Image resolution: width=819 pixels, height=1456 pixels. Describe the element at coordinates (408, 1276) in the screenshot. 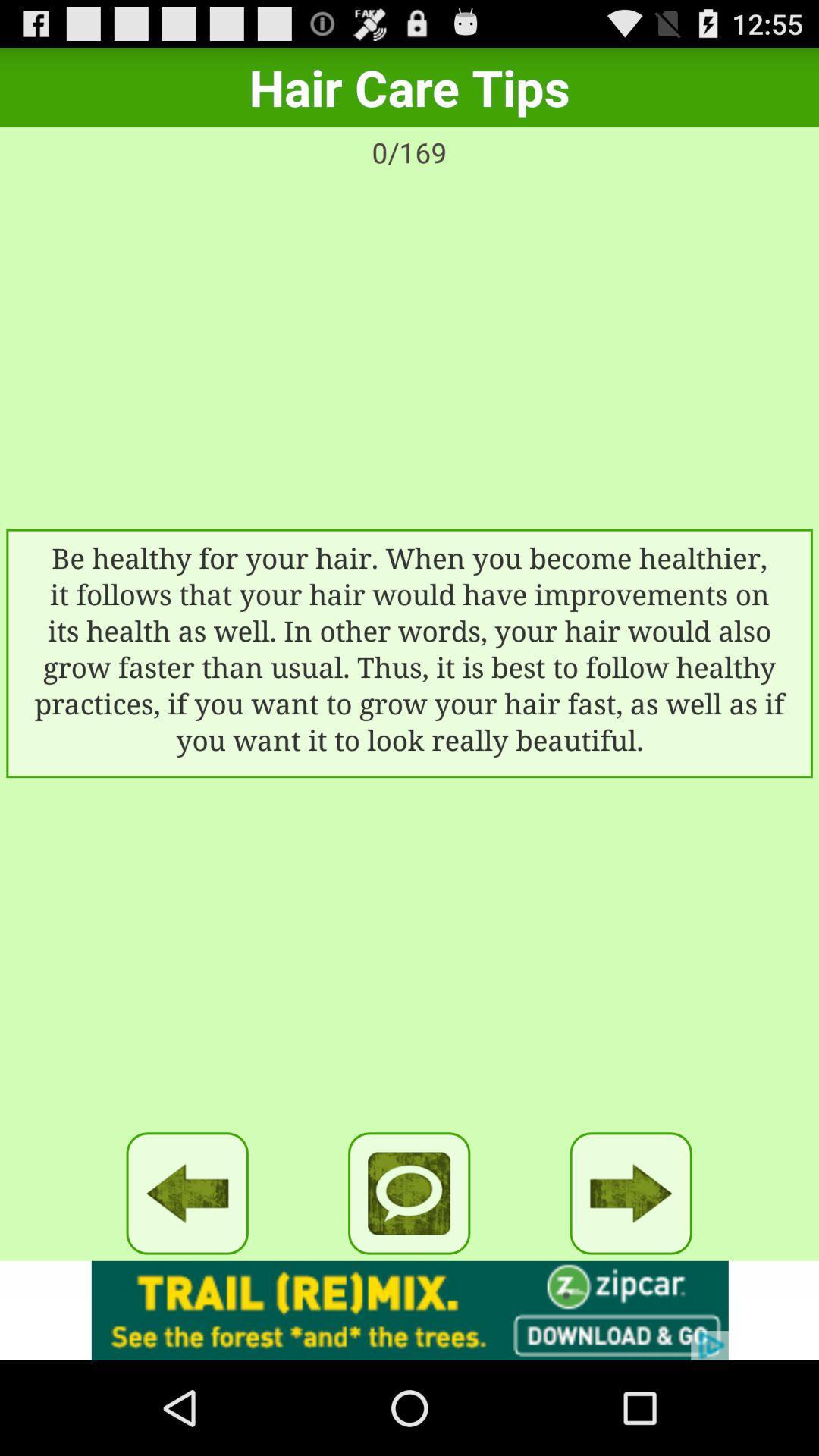

I see `the chat icon` at that location.